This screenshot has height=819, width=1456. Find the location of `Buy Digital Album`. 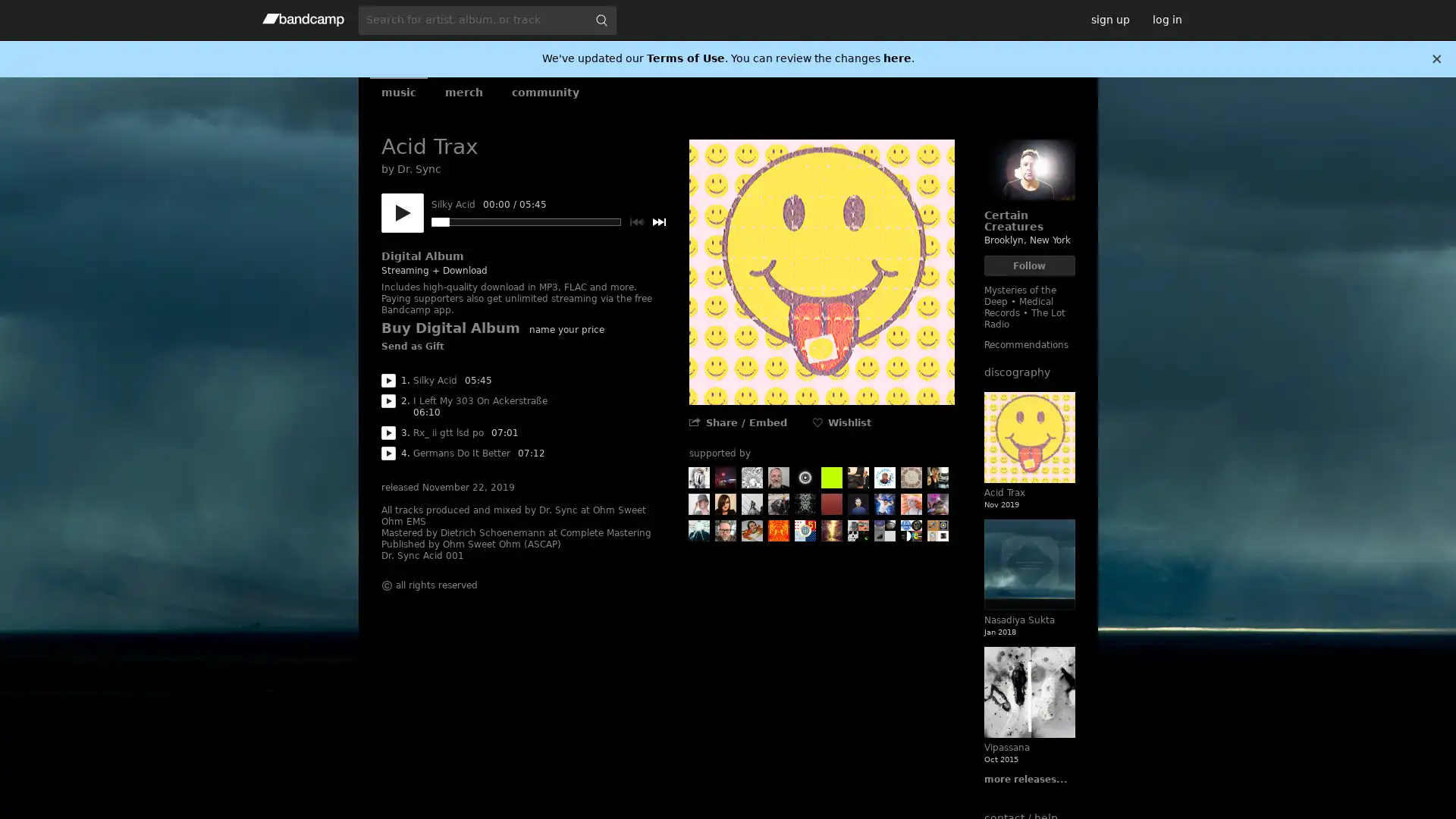

Buy Digital Album is located at coordinates (449, 327).